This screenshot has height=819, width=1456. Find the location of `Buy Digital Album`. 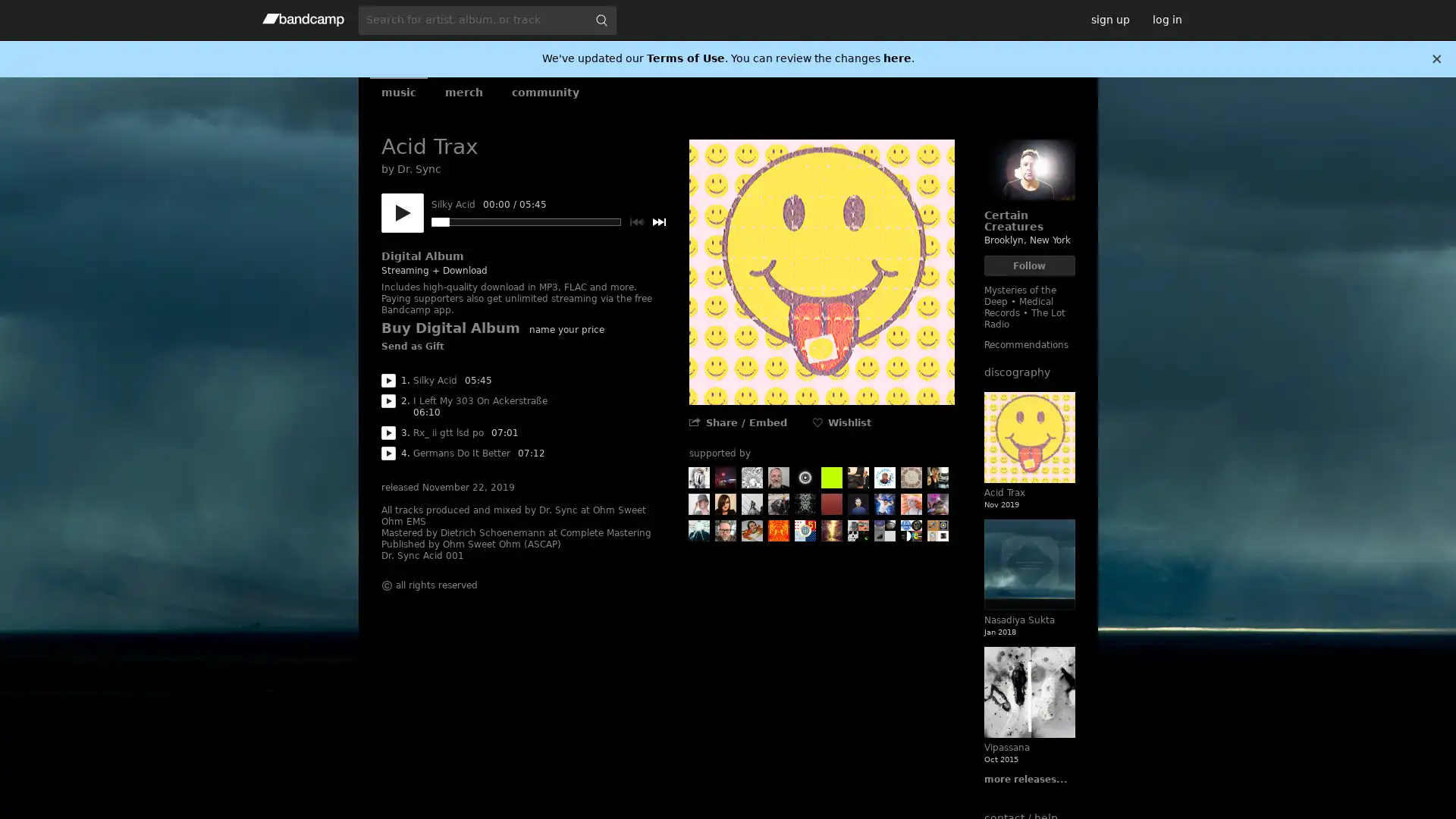

Buy Digital Album is located at coordinates (449, 327).